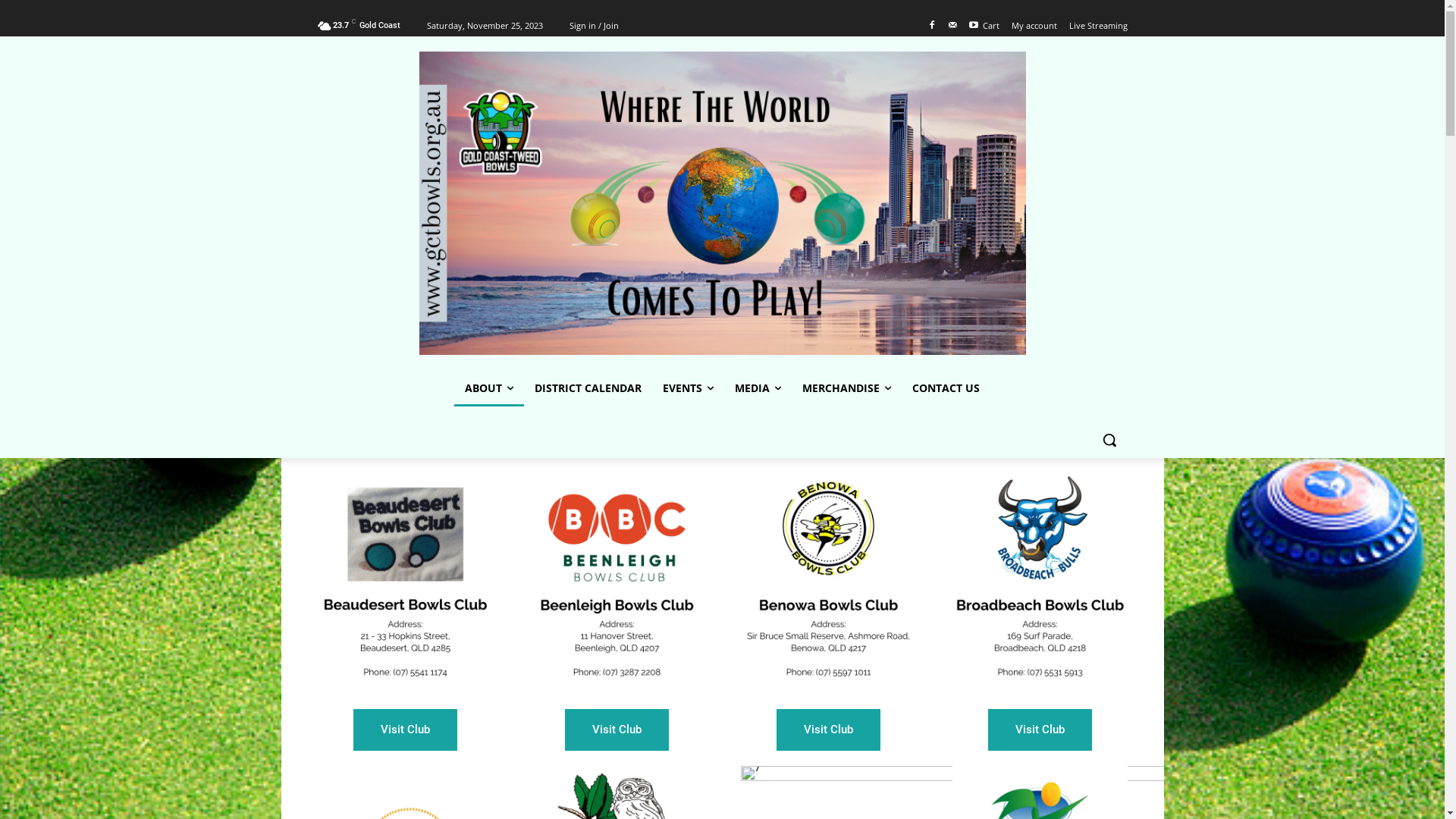  I want to click on 'My account', so click(1033, 26).